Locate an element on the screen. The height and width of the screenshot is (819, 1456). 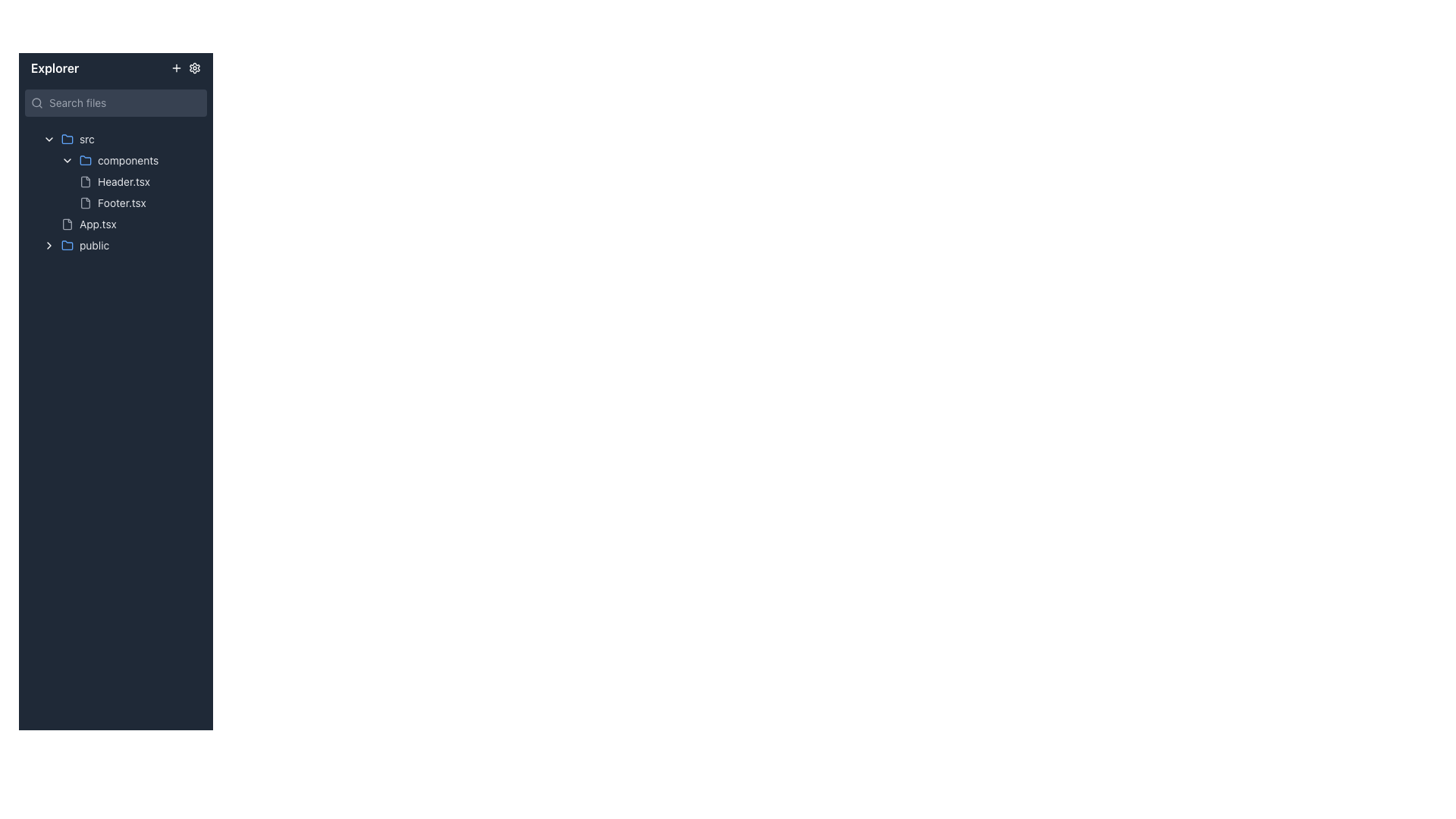
the downward chevron-shaped Dropdown toggle icon located within the 'components' directory entry in the sidebar is located at coordinates (67, 161).